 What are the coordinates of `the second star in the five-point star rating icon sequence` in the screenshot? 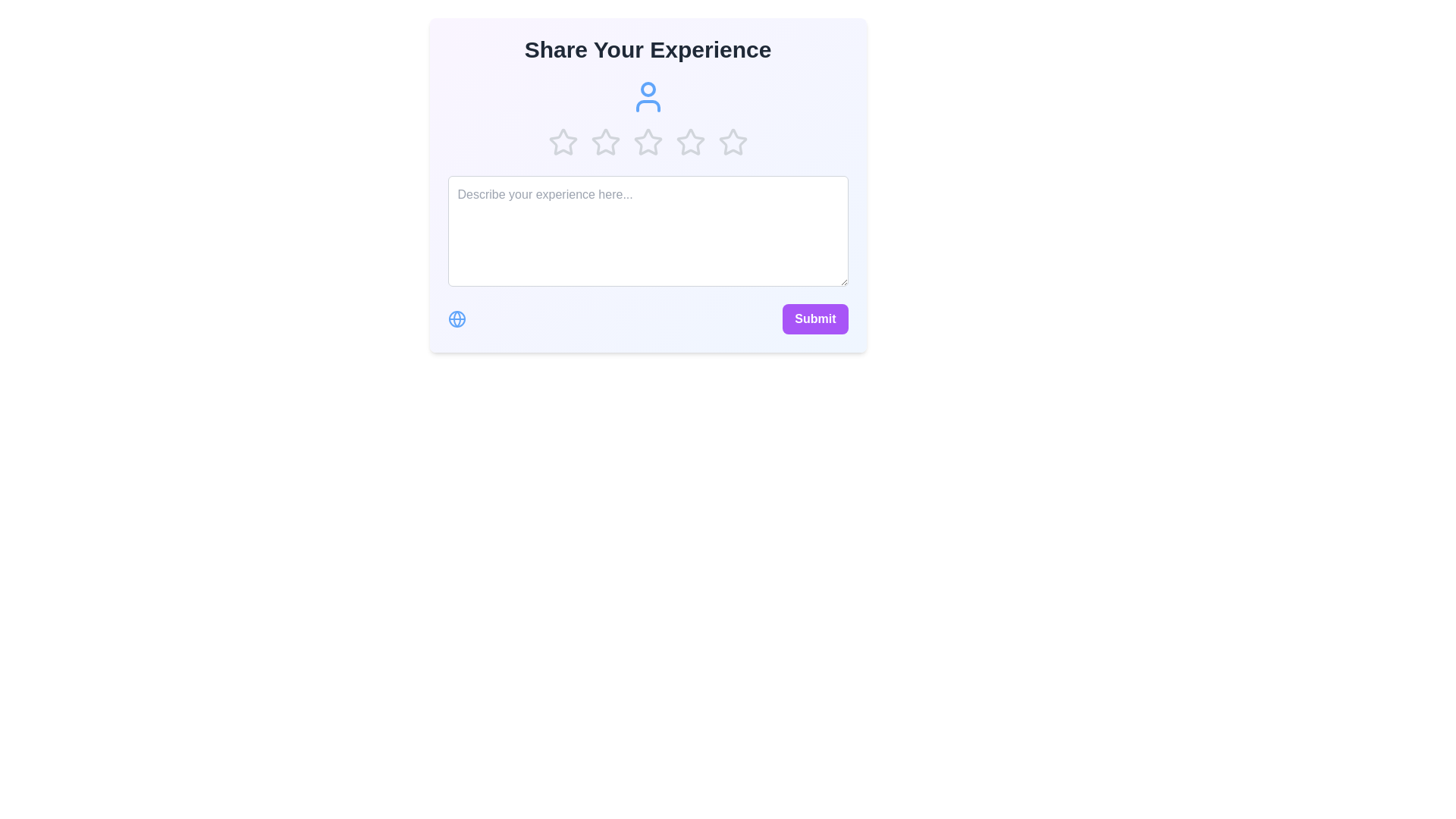 It's located at (604, 142).